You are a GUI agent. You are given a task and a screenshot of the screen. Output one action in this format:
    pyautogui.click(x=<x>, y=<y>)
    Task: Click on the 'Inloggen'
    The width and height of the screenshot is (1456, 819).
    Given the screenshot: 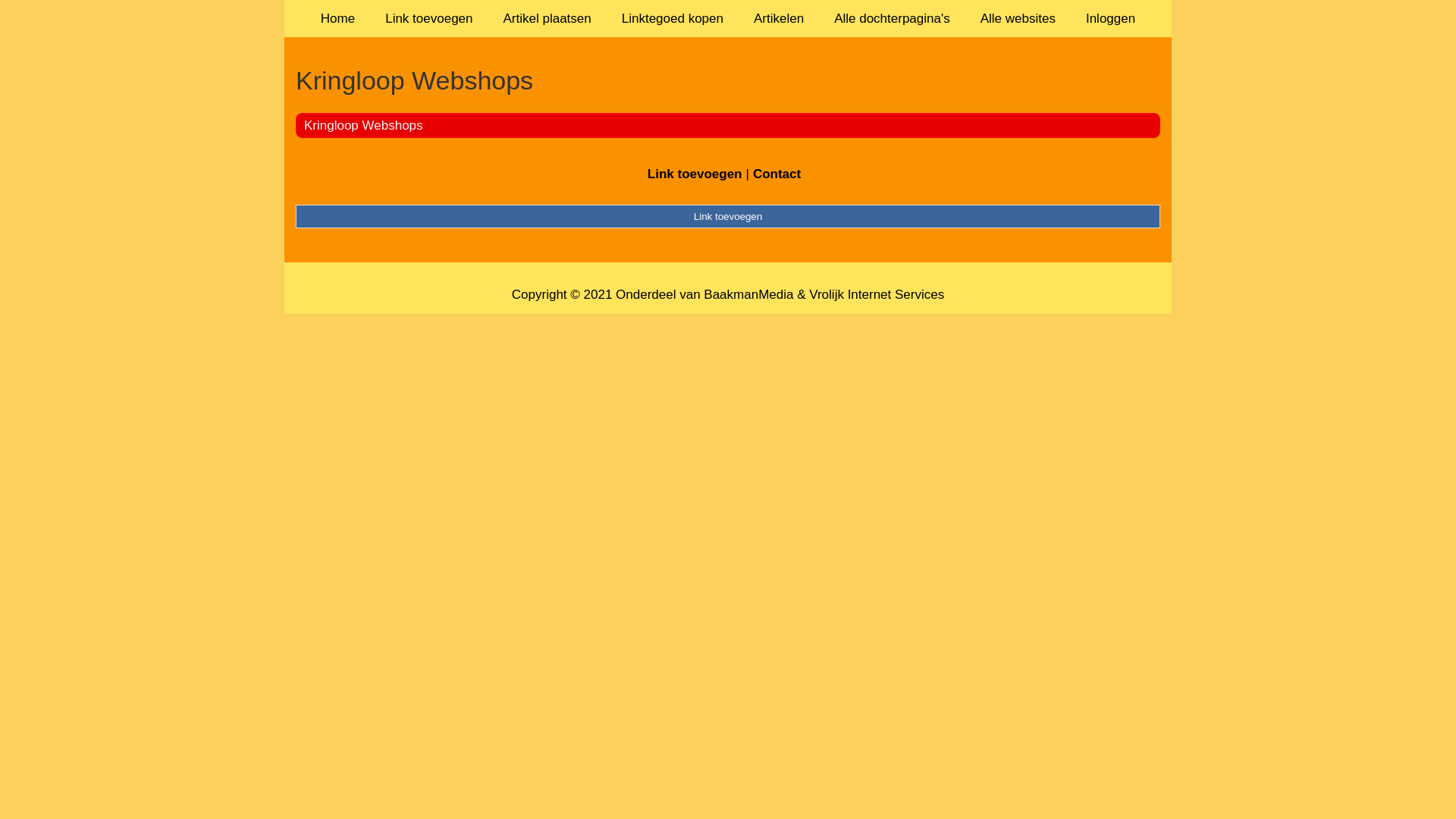 What is the action you would take?
    pyautogui.click(x=1110, y=18)
    